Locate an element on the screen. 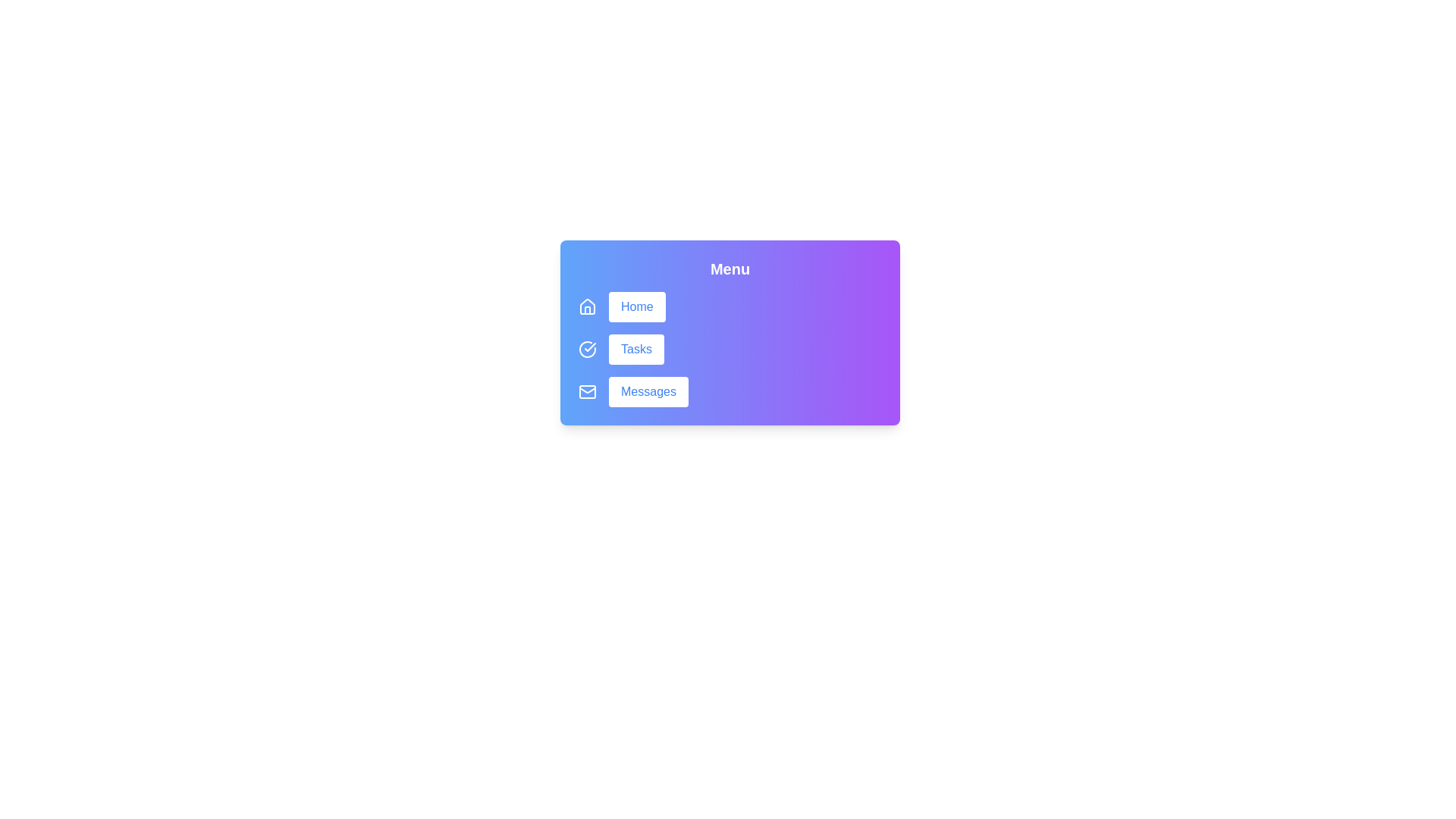  the 'Home' button to navigate to the home section is located at coordinates (637, 307).